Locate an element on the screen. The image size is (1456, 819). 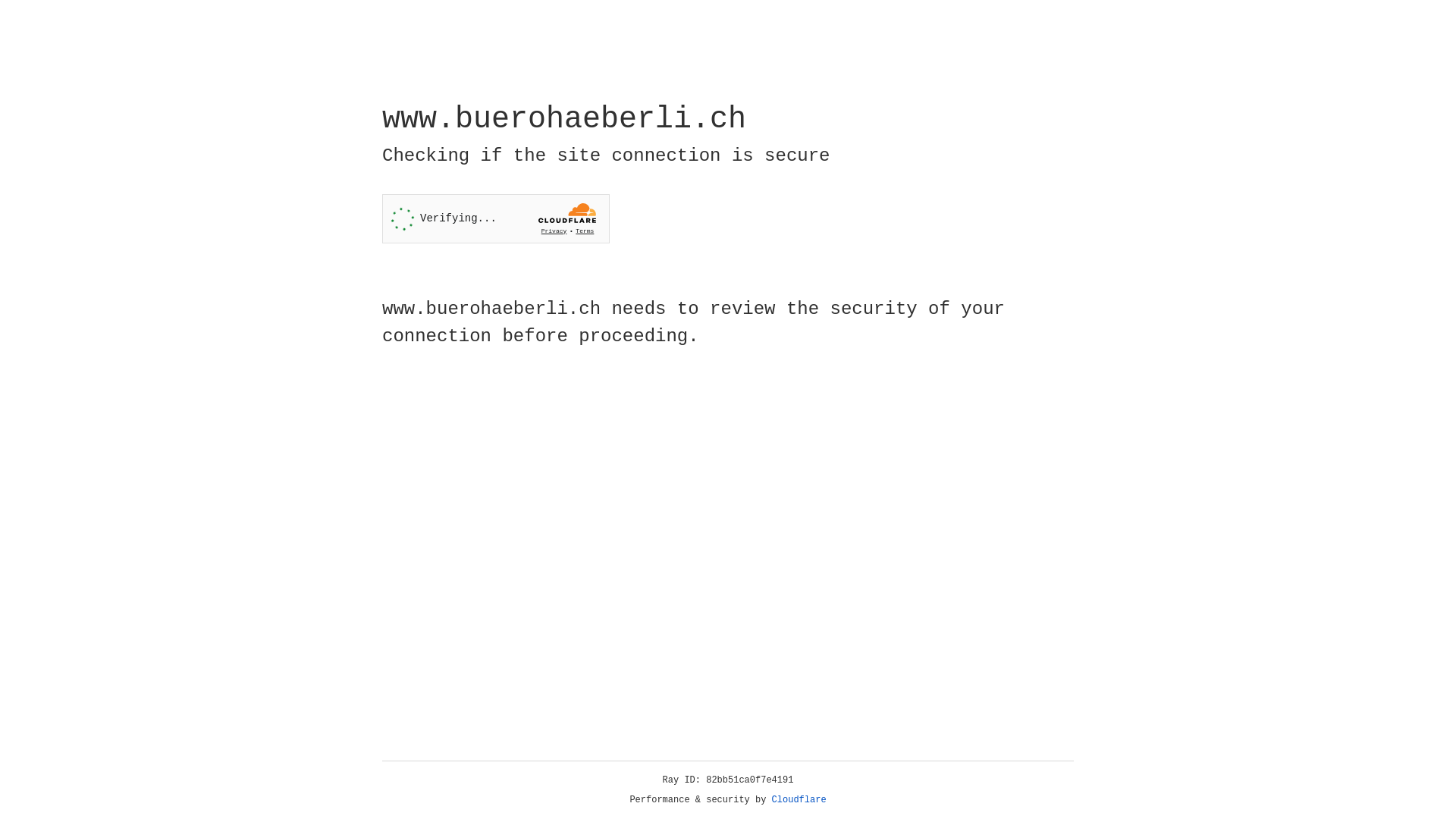
'Cloudflare' is located at coordinates (799, 799).